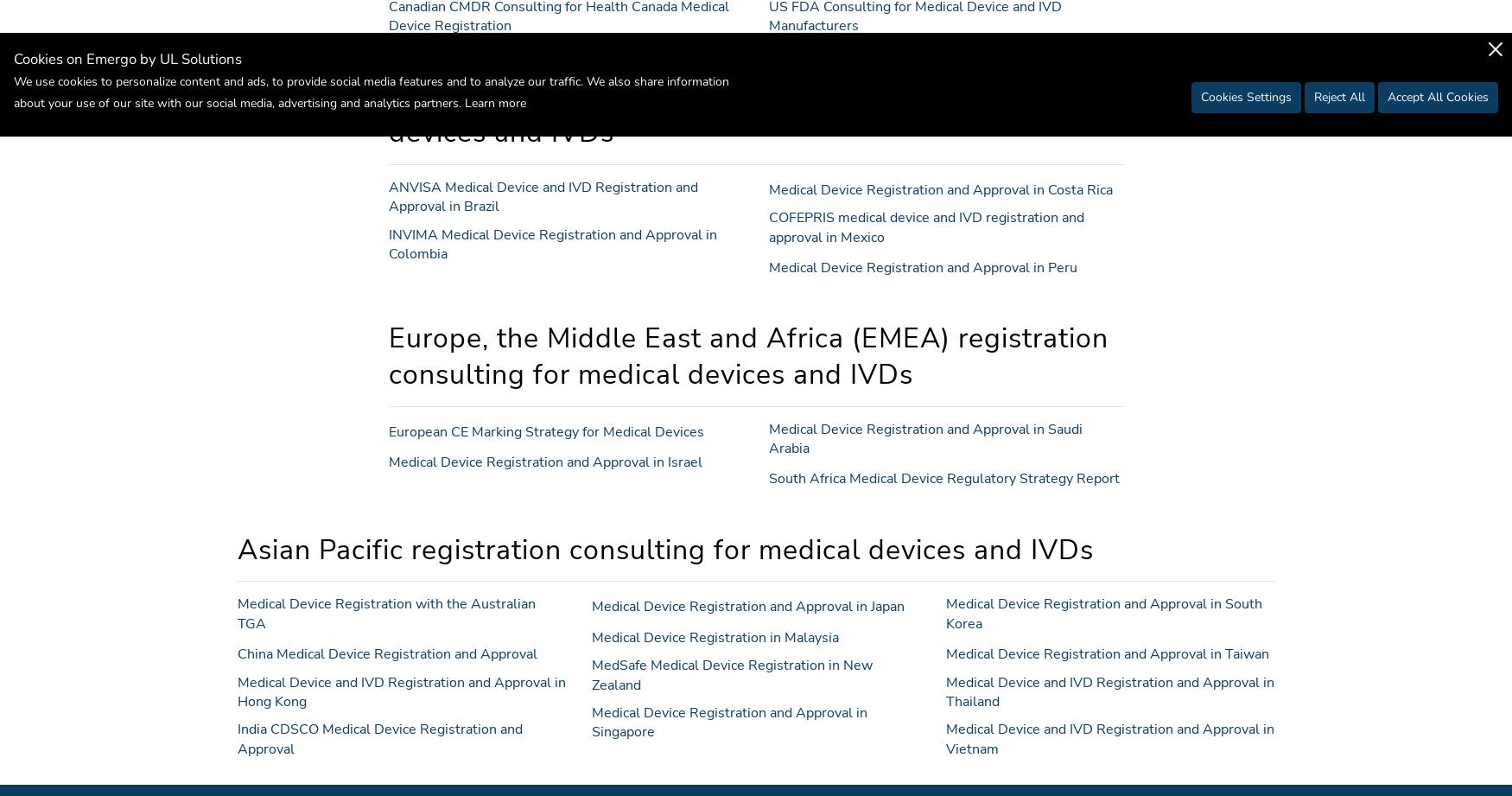 The height and width of the screenshot is (796, 1512). Describe the element at coordinates (236, 549) in the screenshot. I see `'Asian Pacific registration consulting for medical devices and IVDs'` at that location.